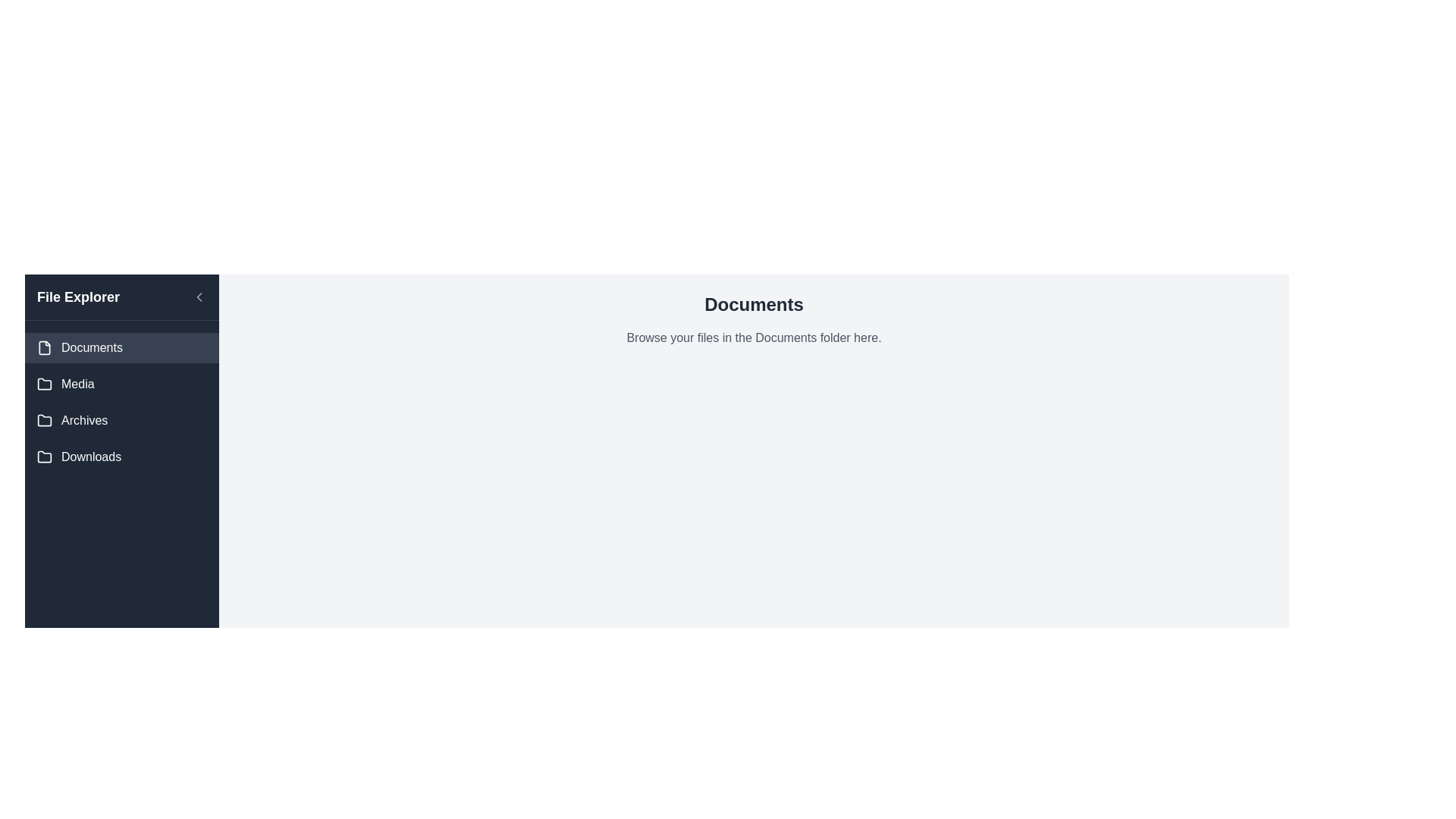 Image resolution: width=1456 pixels, height=819 pixels. I want to click on the static text element that describes browsing files in the 'Documents' folder, located directly below the 'Documents' title, so click(754, 337).